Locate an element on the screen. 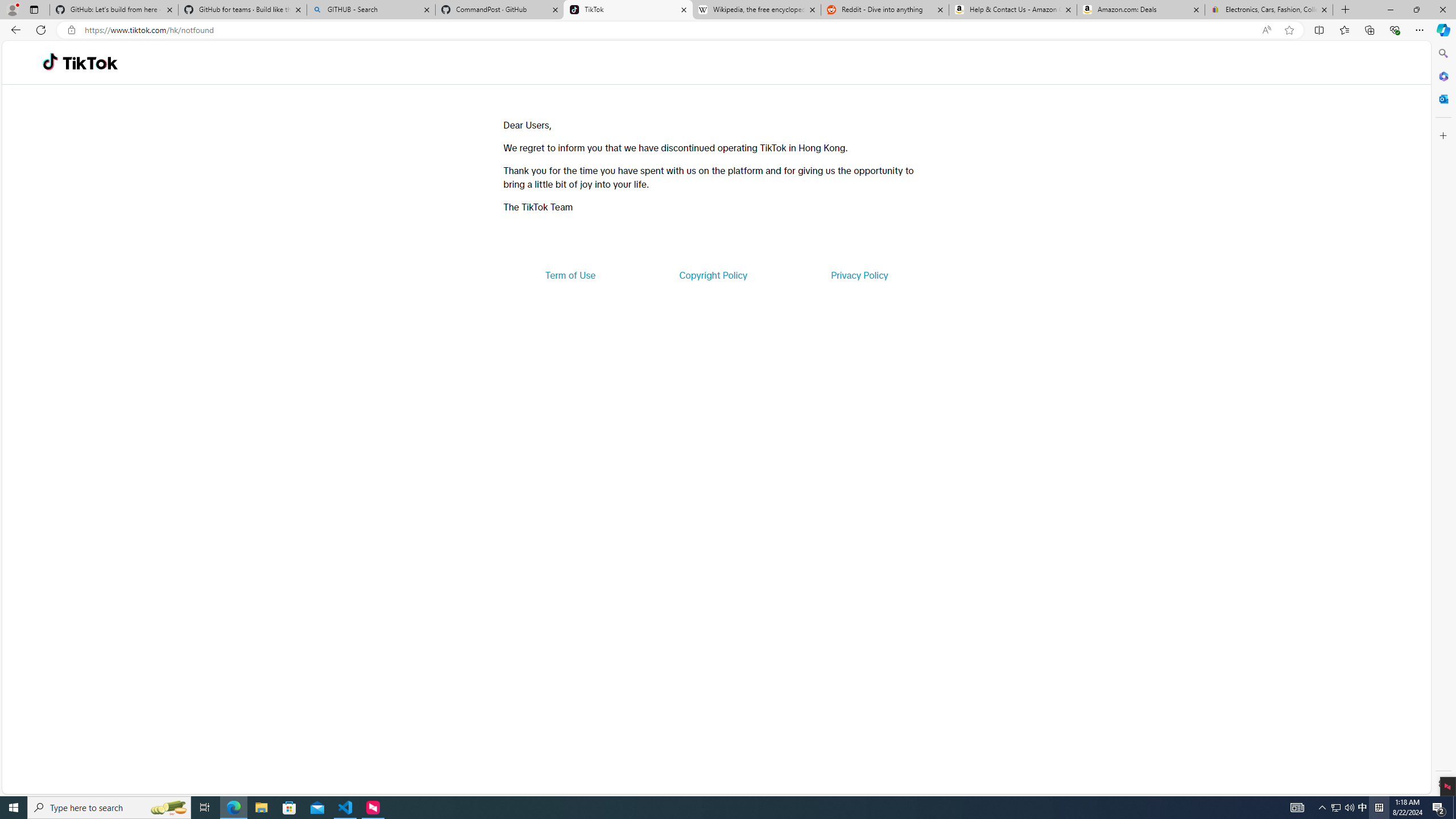 Image resolution: width=1456 pixels, height=819 pixels. 'Term of Use' is located at coordinates (570, 274).